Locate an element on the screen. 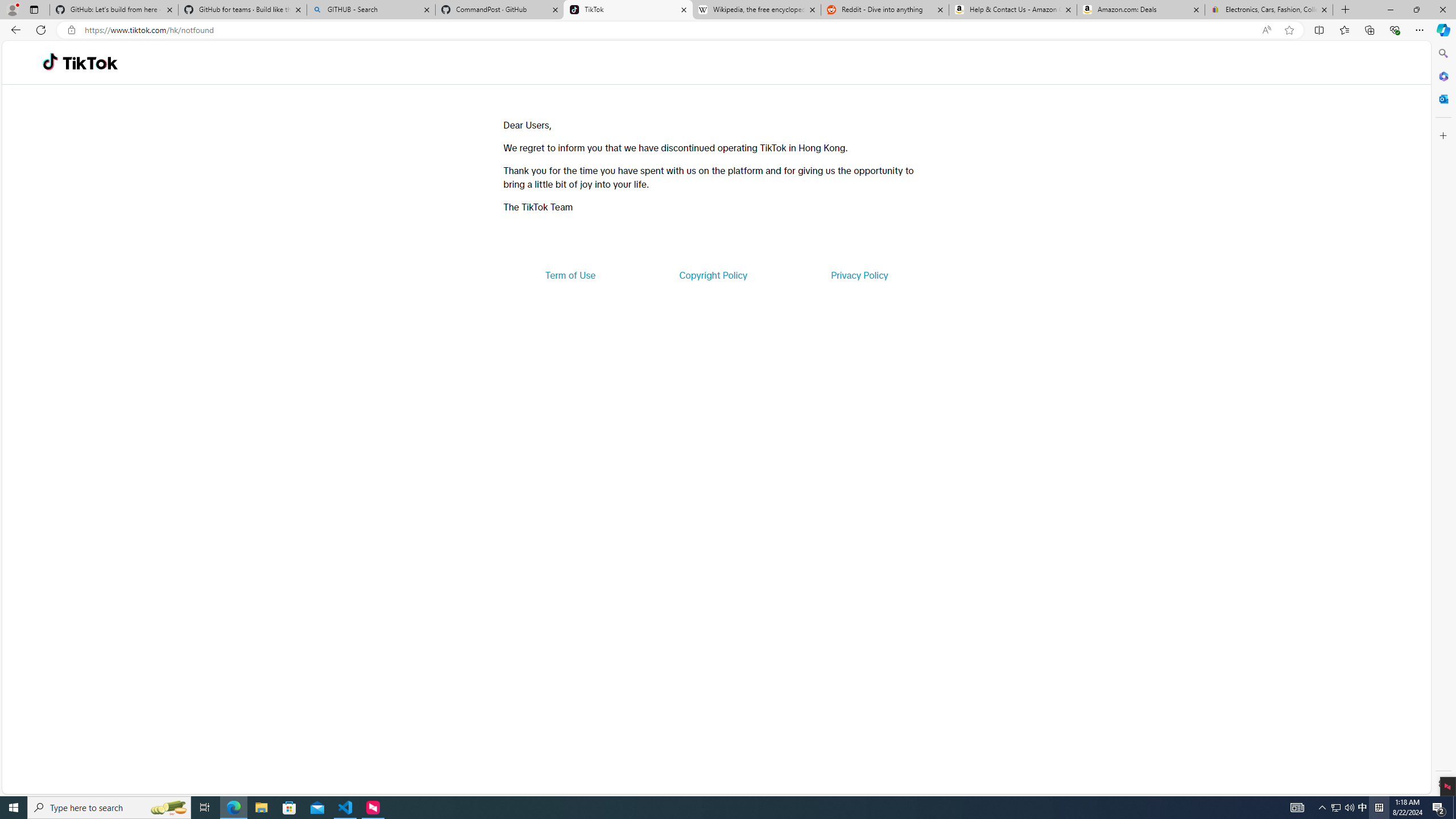 Image resolution: width=1456 pixels, height=819 pixels. 'Term of Use' is located at coordinates (570, 274).